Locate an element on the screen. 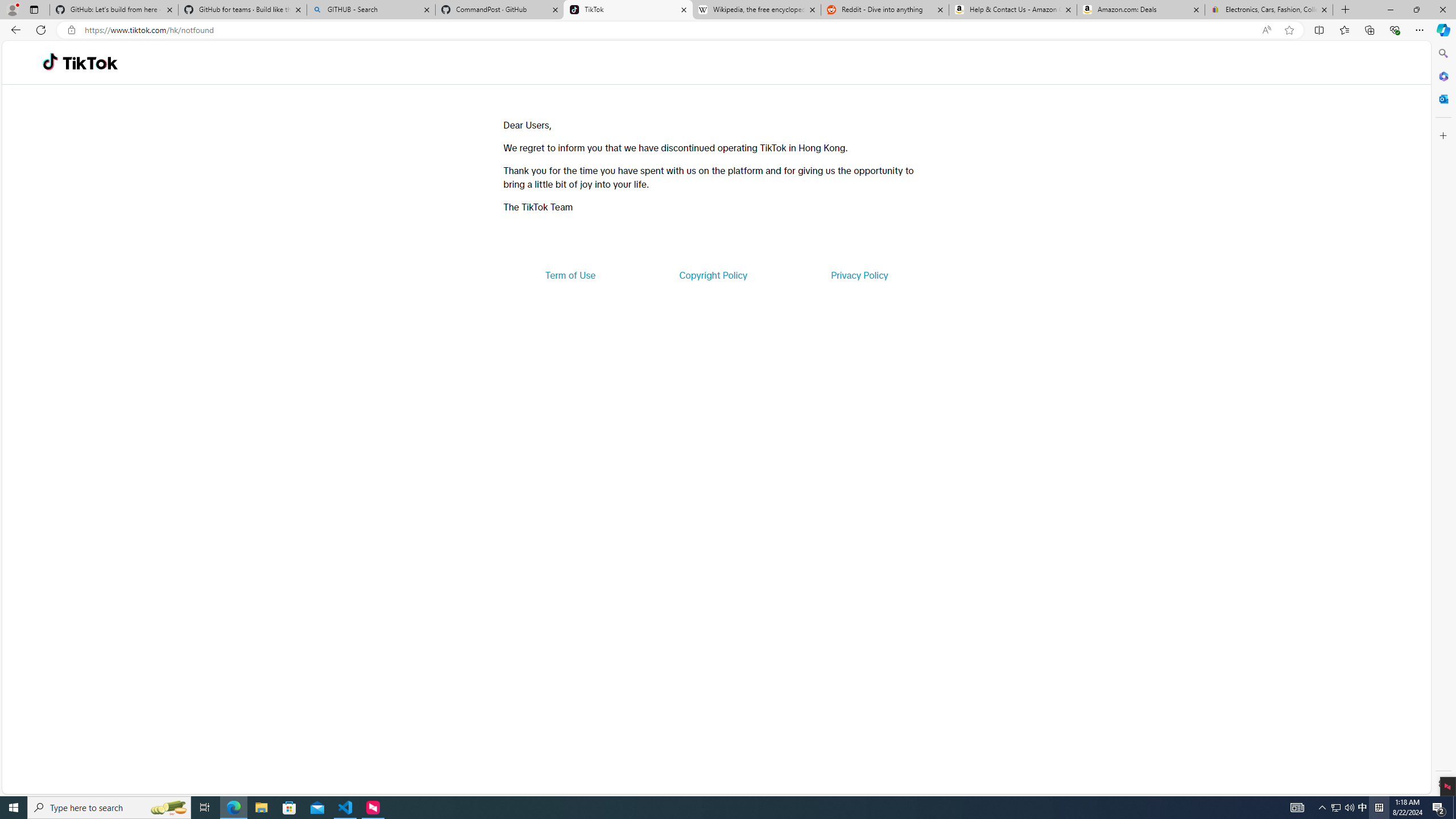 Image resolution: width=1456 pixels, height=819 pixels. 'Term of Use' is located at coordinates (570, 274).